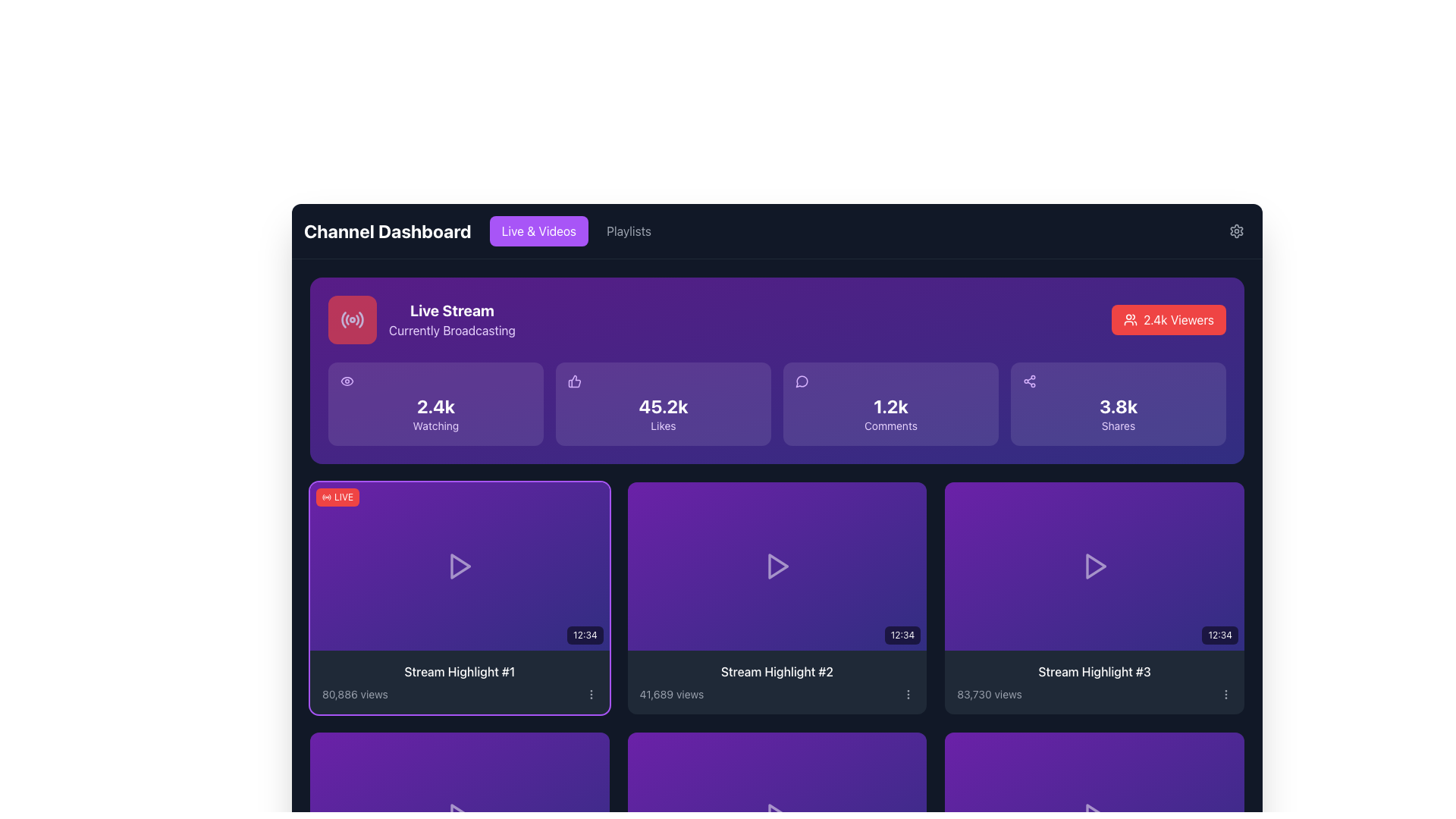 The width and height of the screenshot is (1456, 819). I want to click on the text label displaying 'Currently Broadcasting' in the 'Live Stream' panel, located below the title 'Live Stream', so click(451, 329).